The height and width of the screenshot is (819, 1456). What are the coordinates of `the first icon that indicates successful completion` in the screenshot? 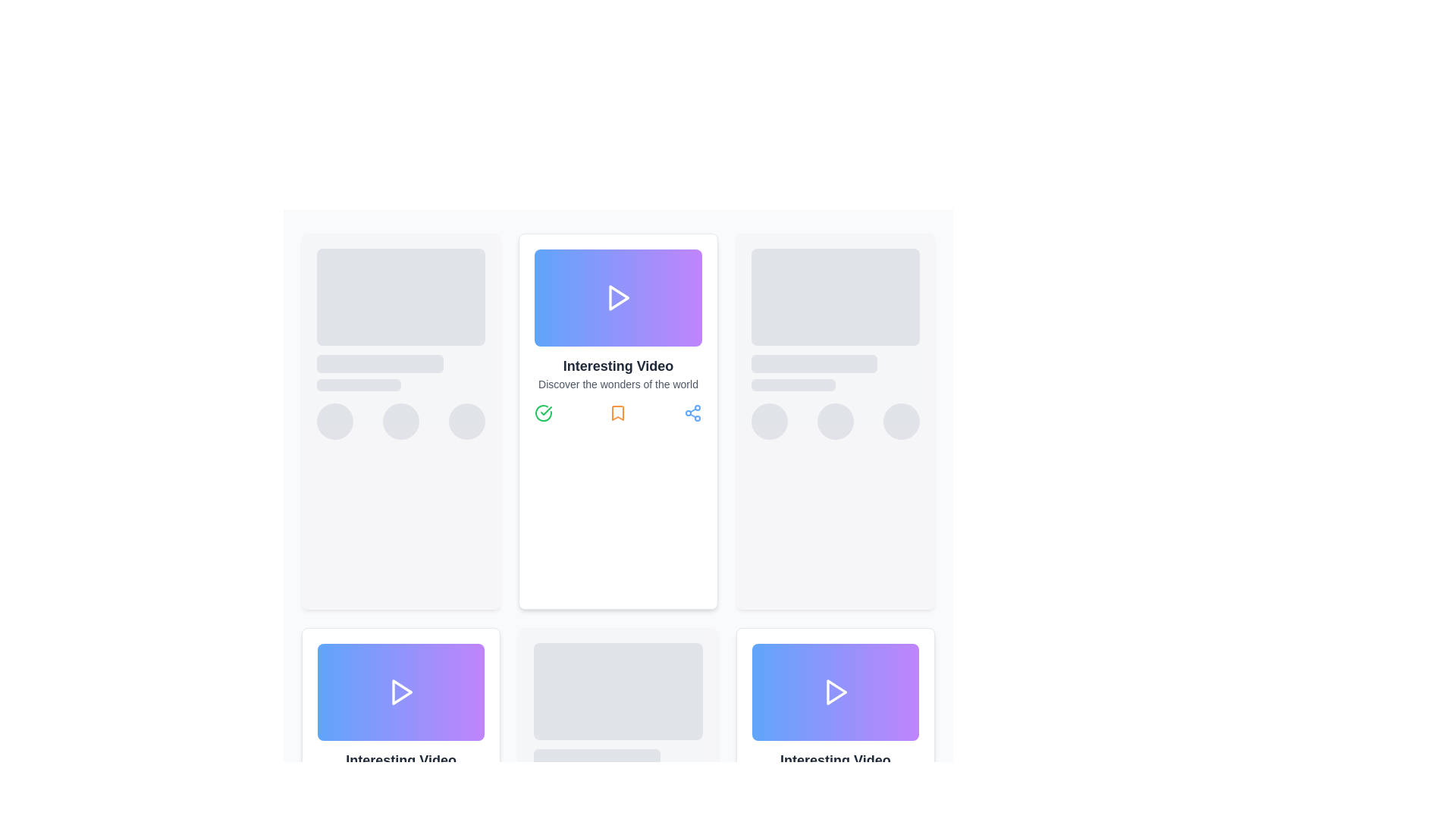 It's located at (761, 806).